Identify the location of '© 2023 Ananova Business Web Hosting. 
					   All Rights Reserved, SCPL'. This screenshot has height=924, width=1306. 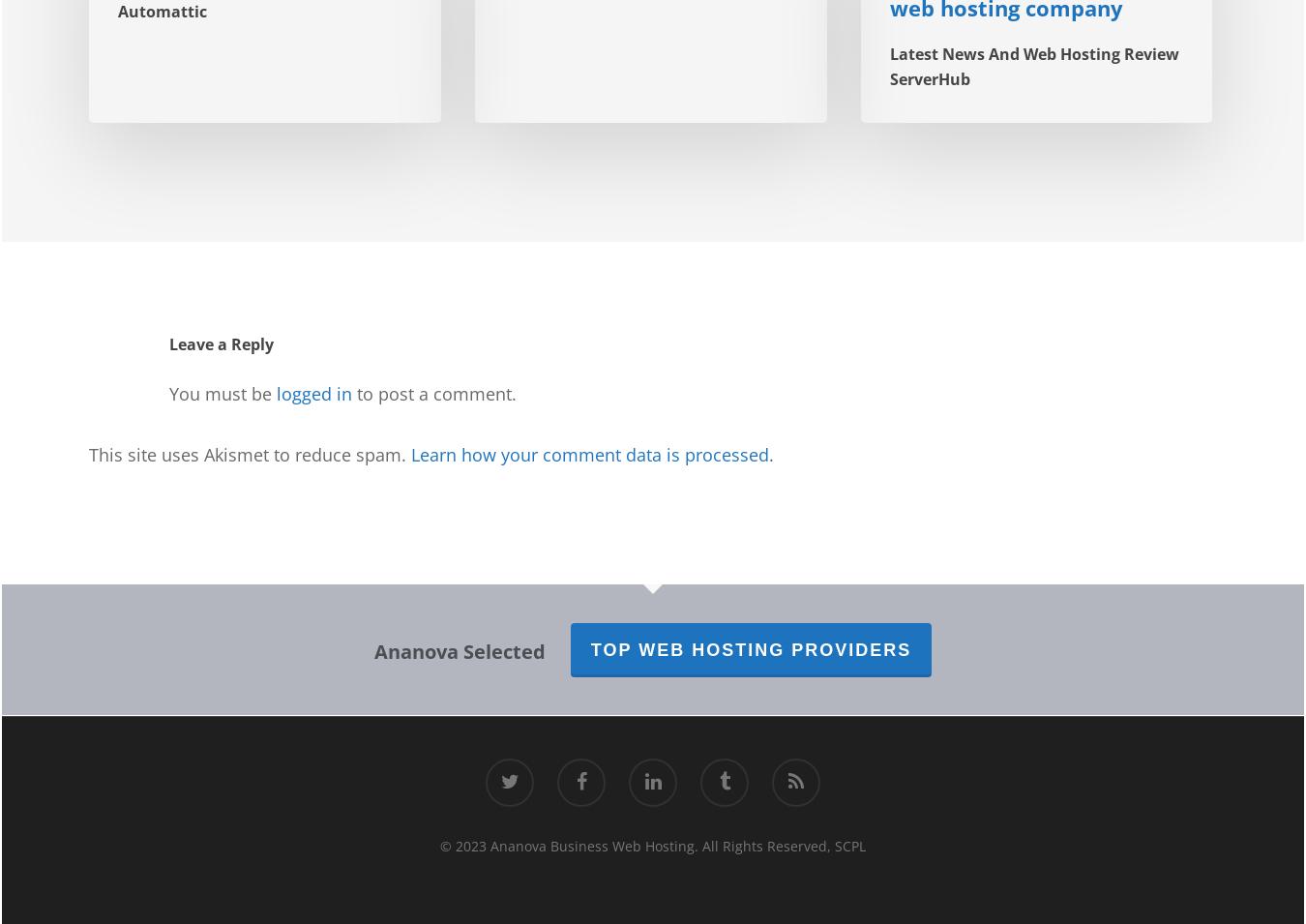
(653, 845).